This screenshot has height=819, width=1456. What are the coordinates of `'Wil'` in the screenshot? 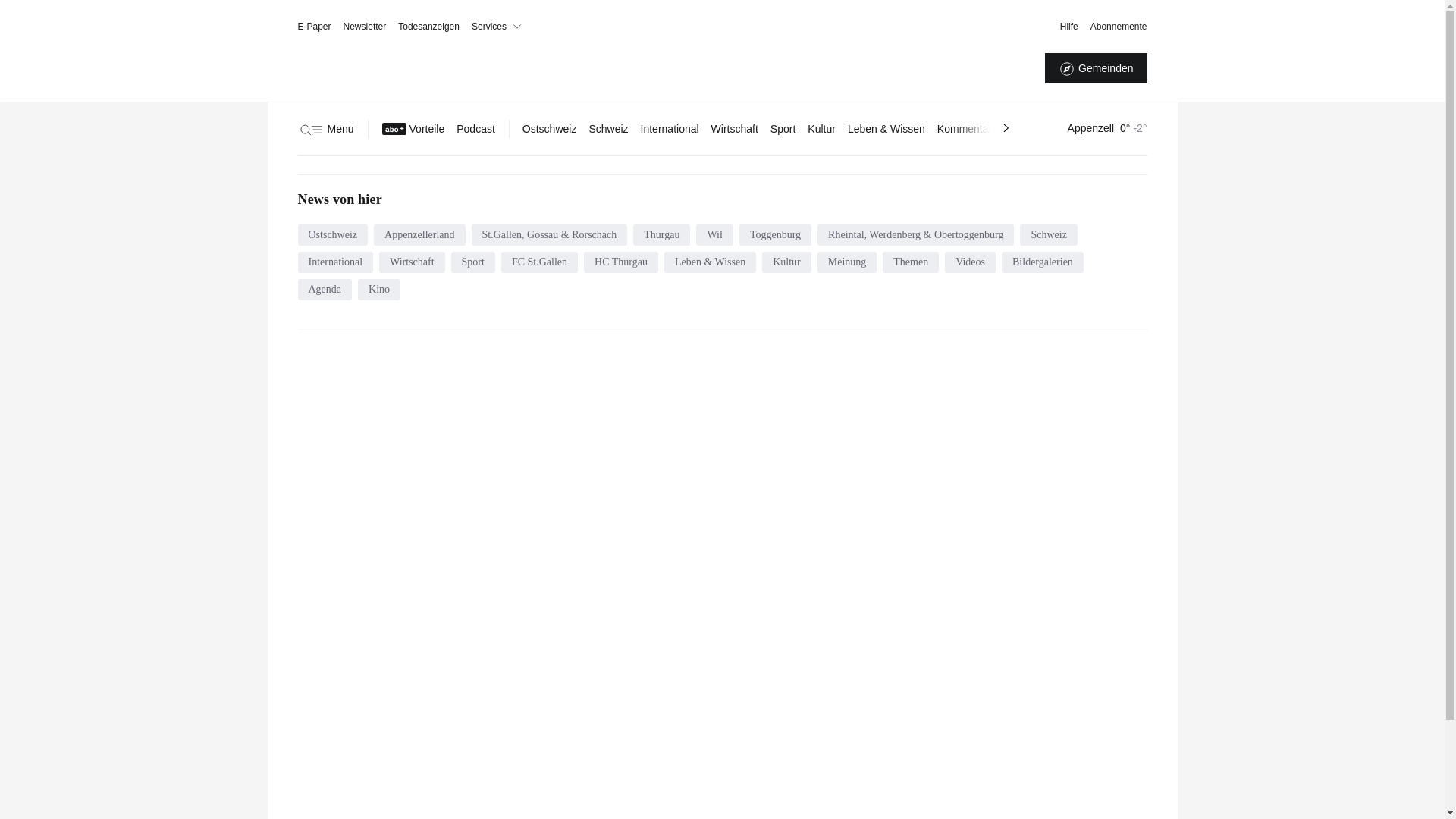 It's located at (713, 234).